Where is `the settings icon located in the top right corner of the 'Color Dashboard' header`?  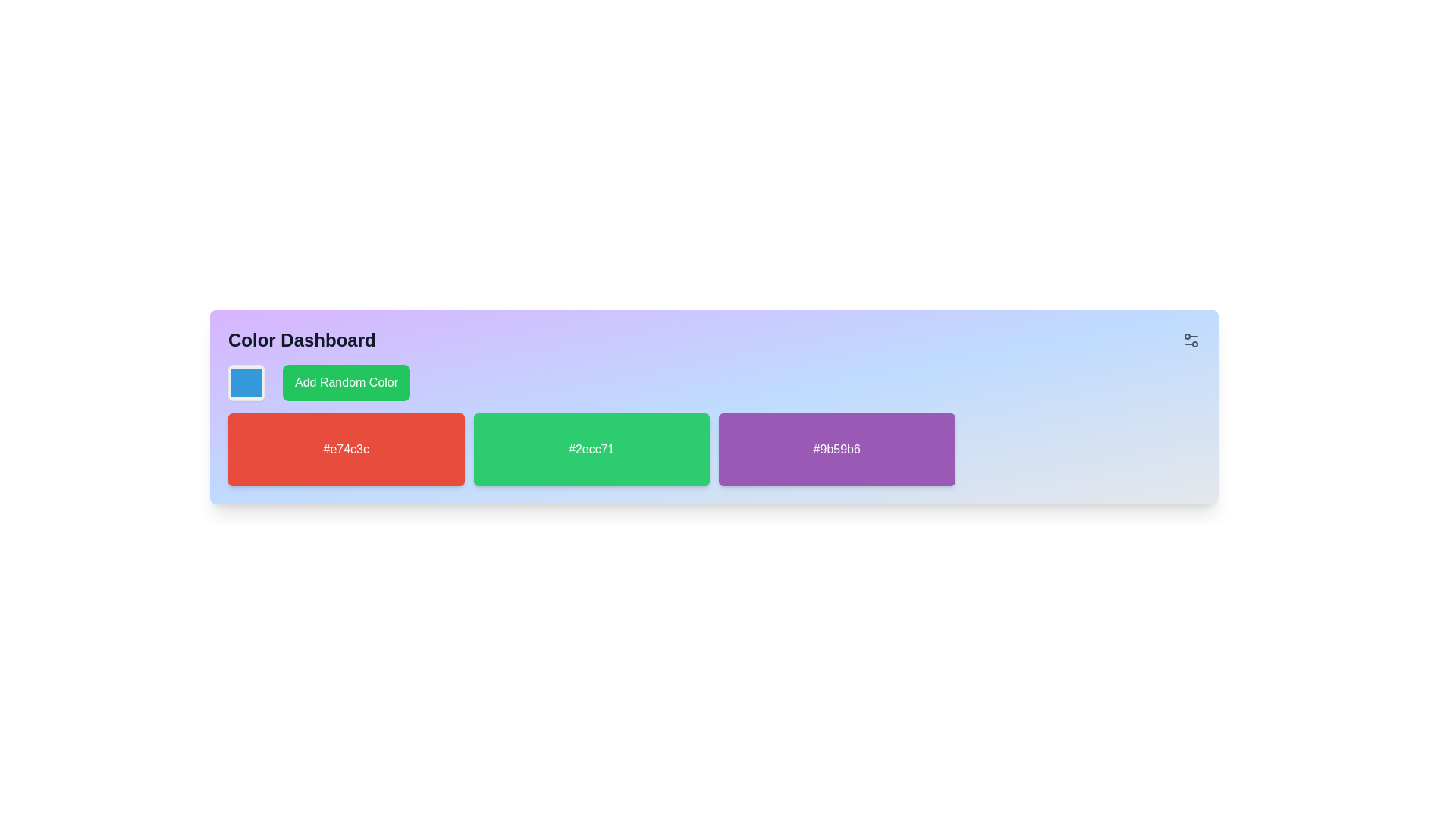 the settings icon located in the top right corner of the 'Color Dashboard' header is located at coordinates (1190, 339).